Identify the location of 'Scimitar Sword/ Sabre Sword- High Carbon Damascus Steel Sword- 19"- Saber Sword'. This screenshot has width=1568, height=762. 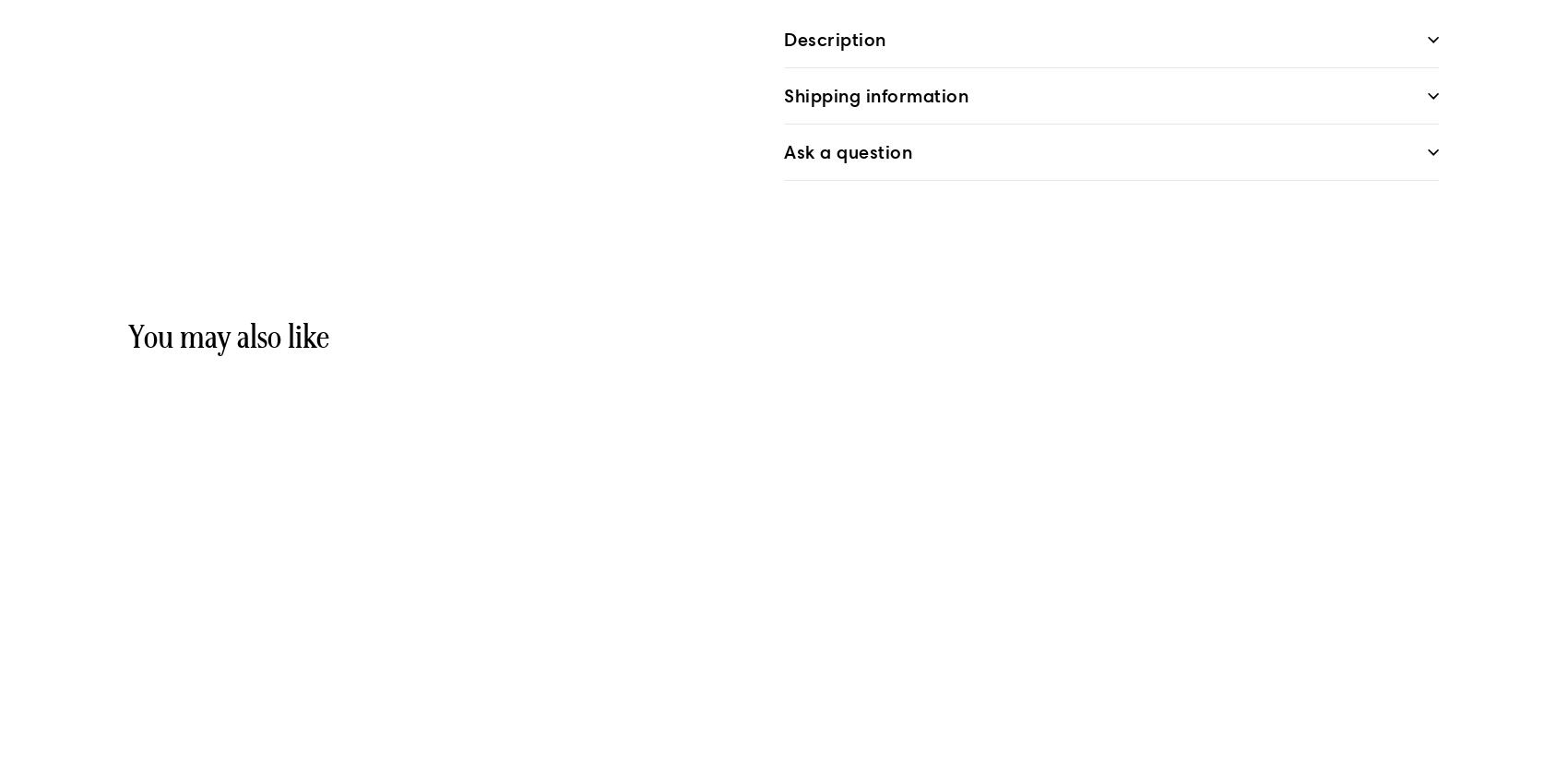
(146, 663).